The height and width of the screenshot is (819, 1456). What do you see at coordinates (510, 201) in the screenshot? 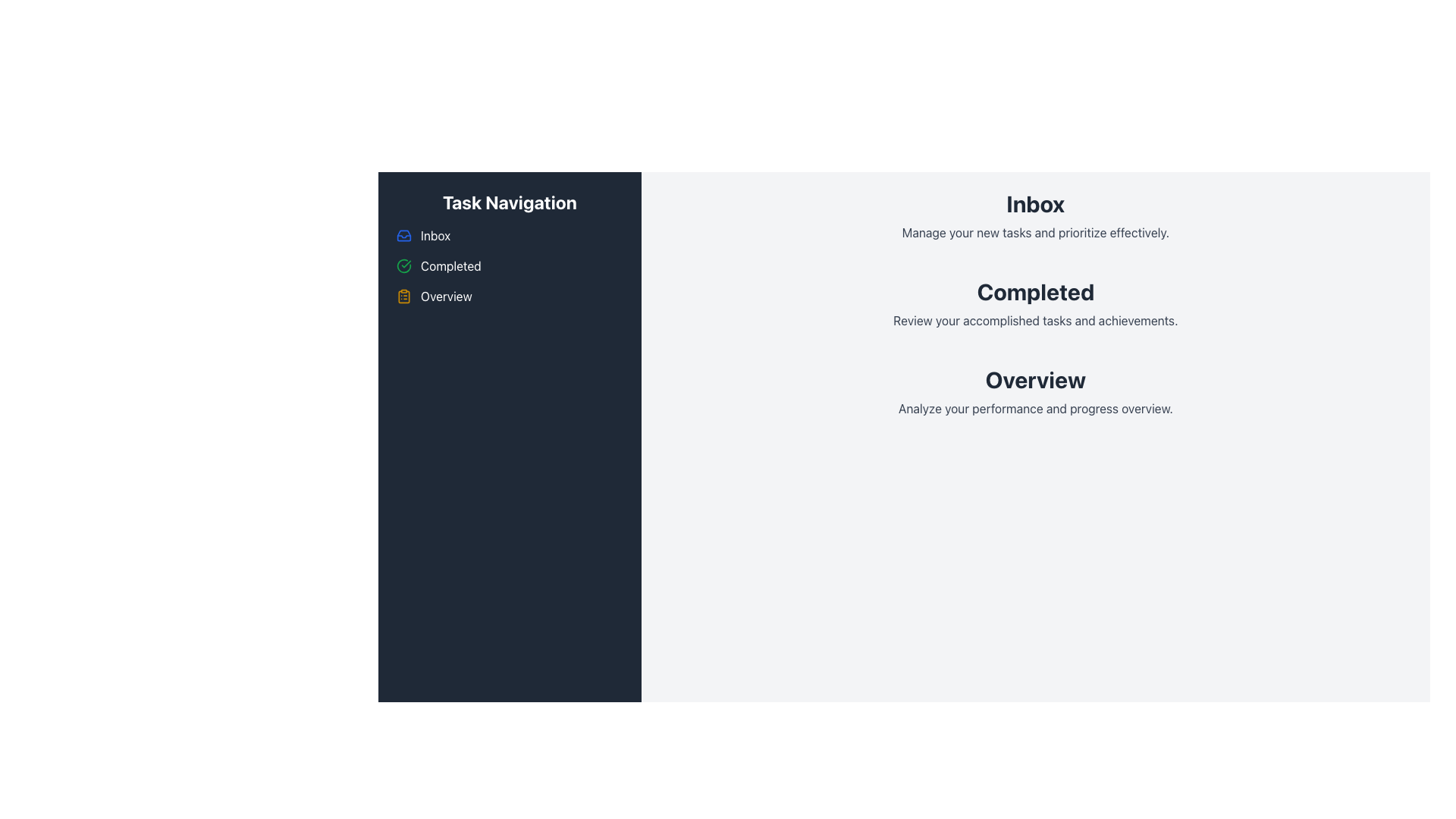
I see `the text heading labeled 'Task Navigation' which is styled in bold, large white font against a dark background, located in the navigation sidebar on the left side of the interface` at bounding box center [510, 201].